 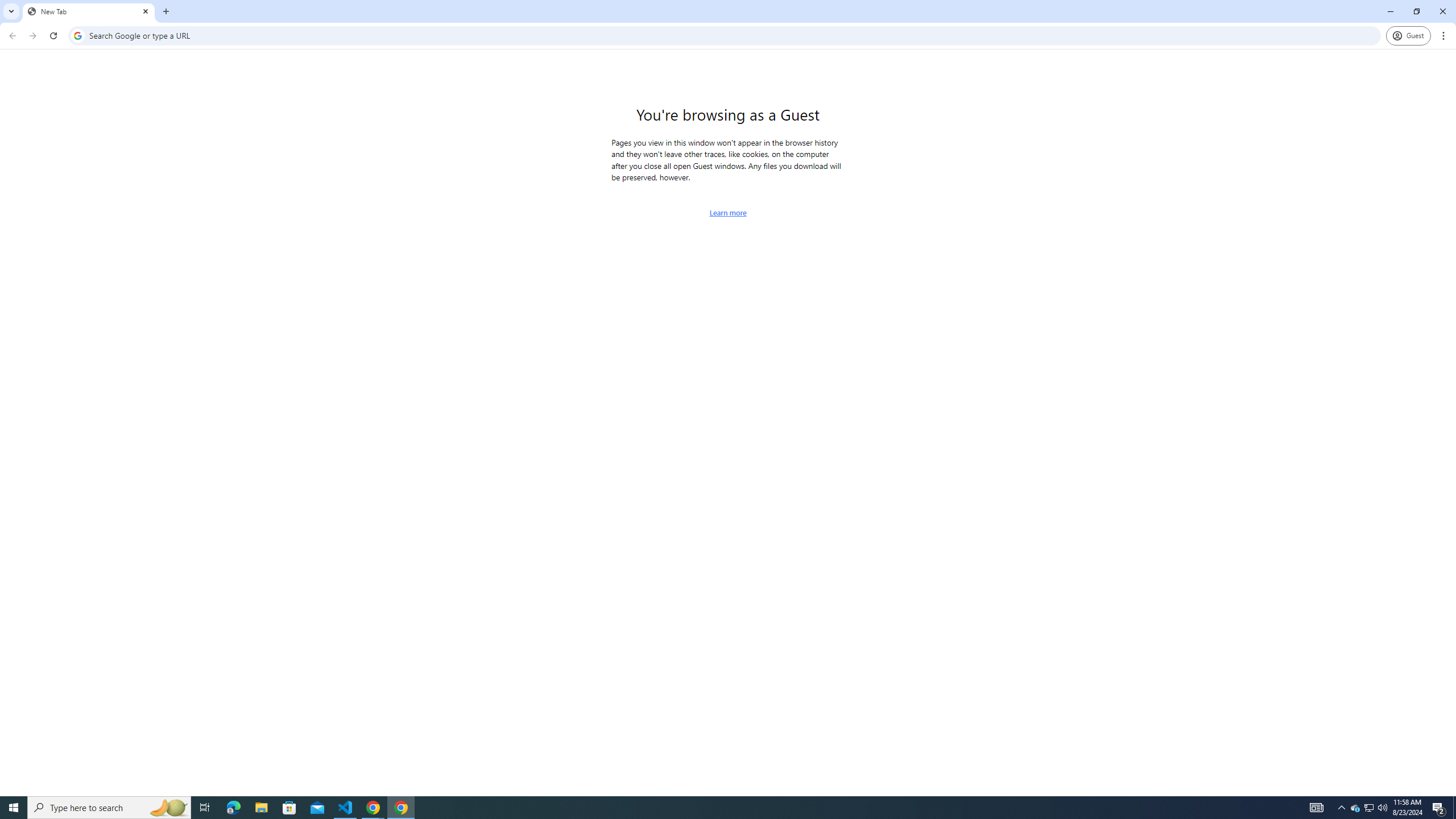 What do you see at coordinates (88, 11) in the screenshot?
I see `'New Tab'` at bounding box center [88, 11].